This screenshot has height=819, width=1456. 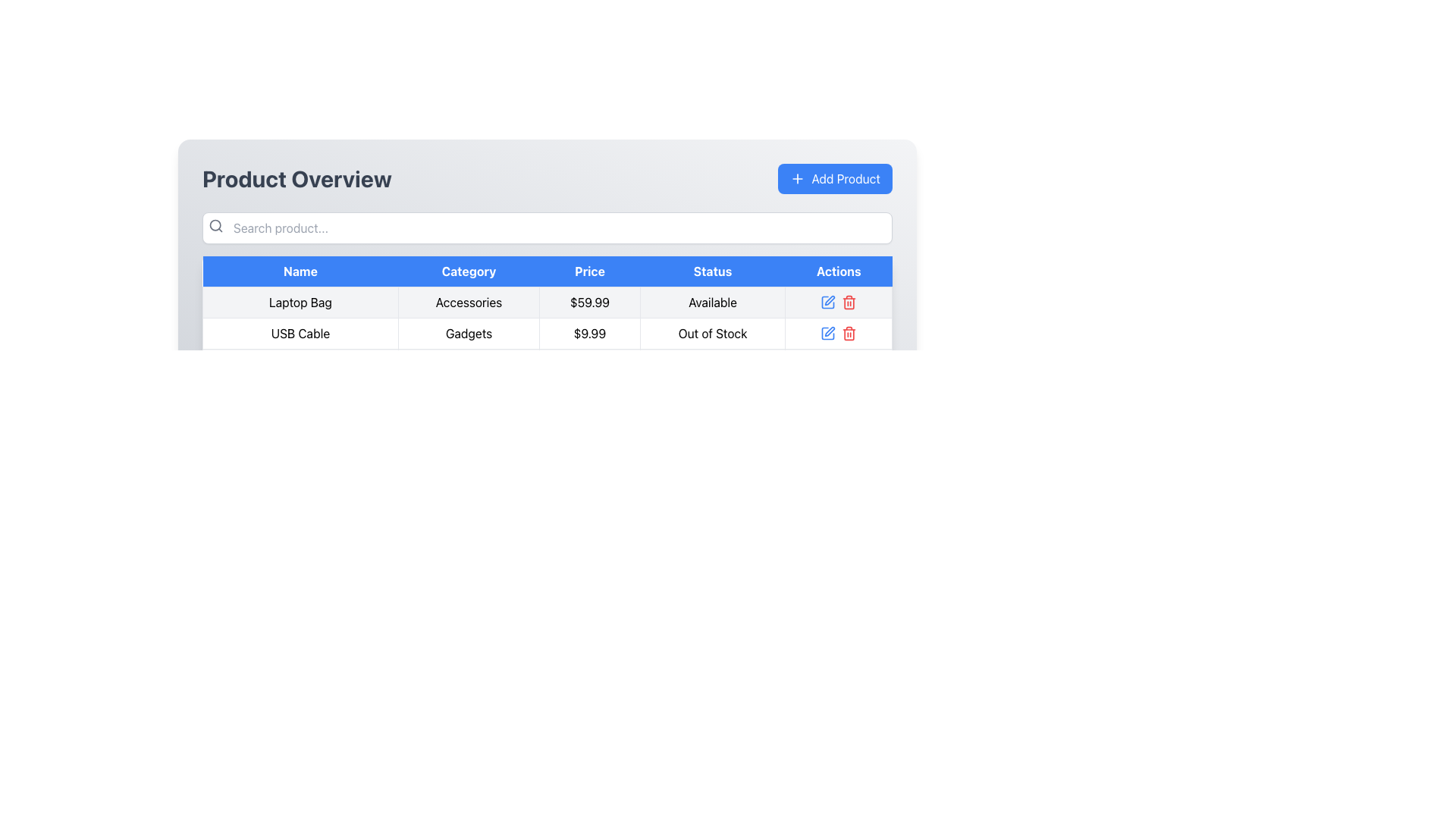 What do you see at coordinates (300, 271) in the screenshot?
I see `text content of the Table Header labeled 'Name', which is styled with a blue background and white text, located in the first column of the header row` at bounding box center [300, 271].